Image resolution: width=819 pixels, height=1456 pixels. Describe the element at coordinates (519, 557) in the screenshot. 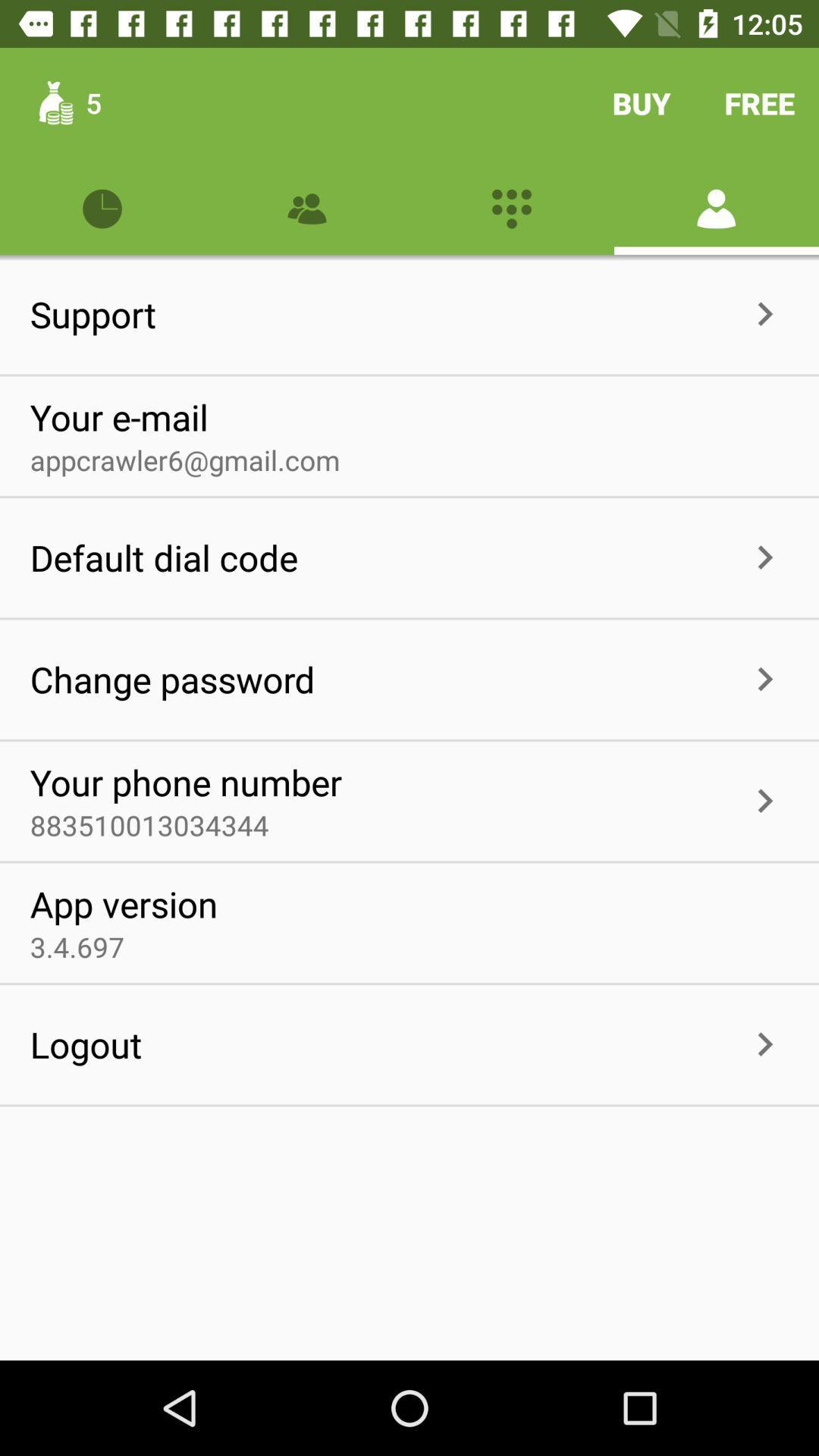

I see `the item below appcrawler6@gmail.com` at that location.